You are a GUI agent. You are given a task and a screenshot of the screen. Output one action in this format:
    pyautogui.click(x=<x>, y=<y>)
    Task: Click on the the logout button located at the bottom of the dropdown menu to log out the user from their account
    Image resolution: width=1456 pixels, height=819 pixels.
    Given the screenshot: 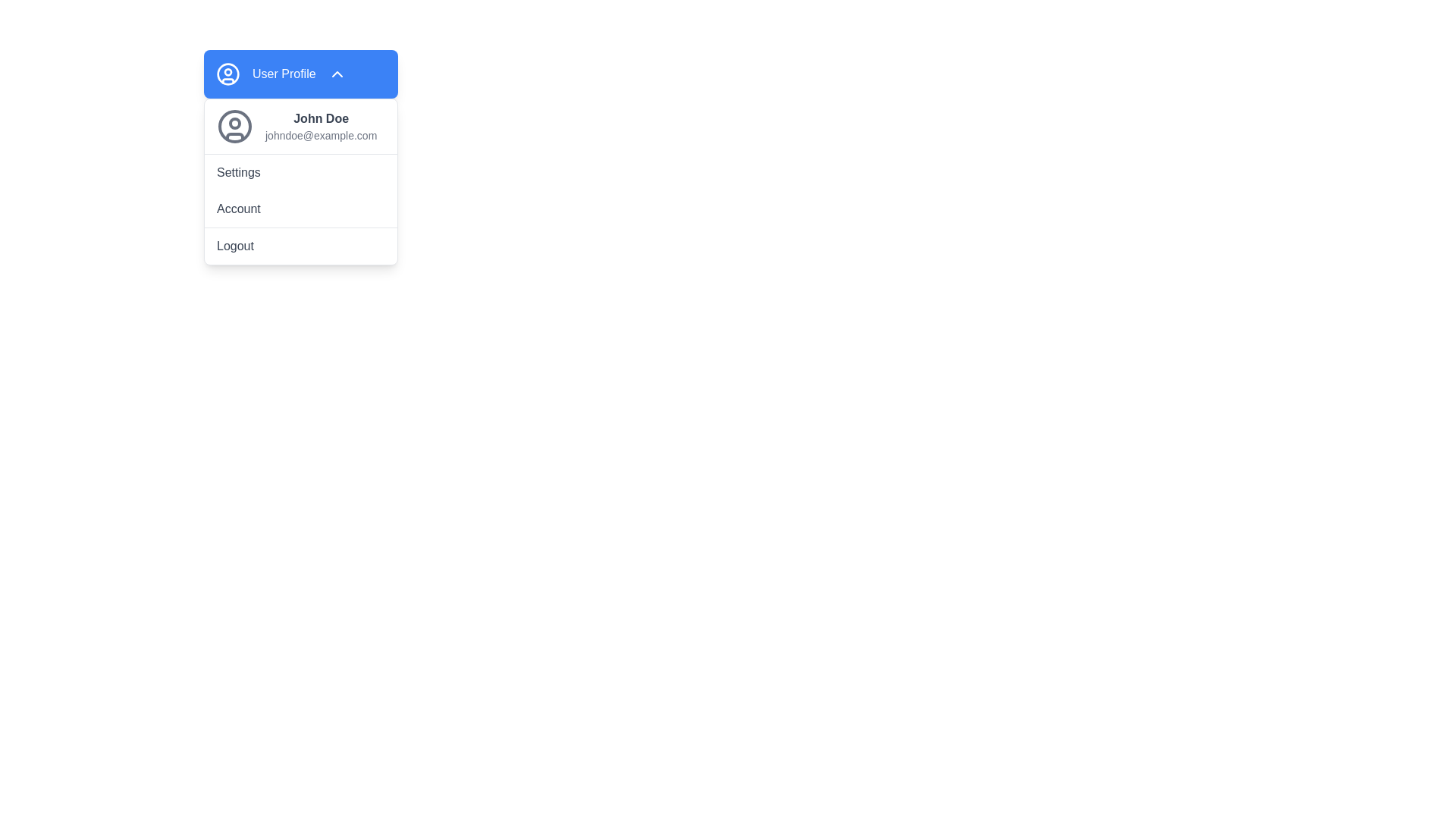 What is the action you would take?
    pyautogui.click(x=301, y=245)
    